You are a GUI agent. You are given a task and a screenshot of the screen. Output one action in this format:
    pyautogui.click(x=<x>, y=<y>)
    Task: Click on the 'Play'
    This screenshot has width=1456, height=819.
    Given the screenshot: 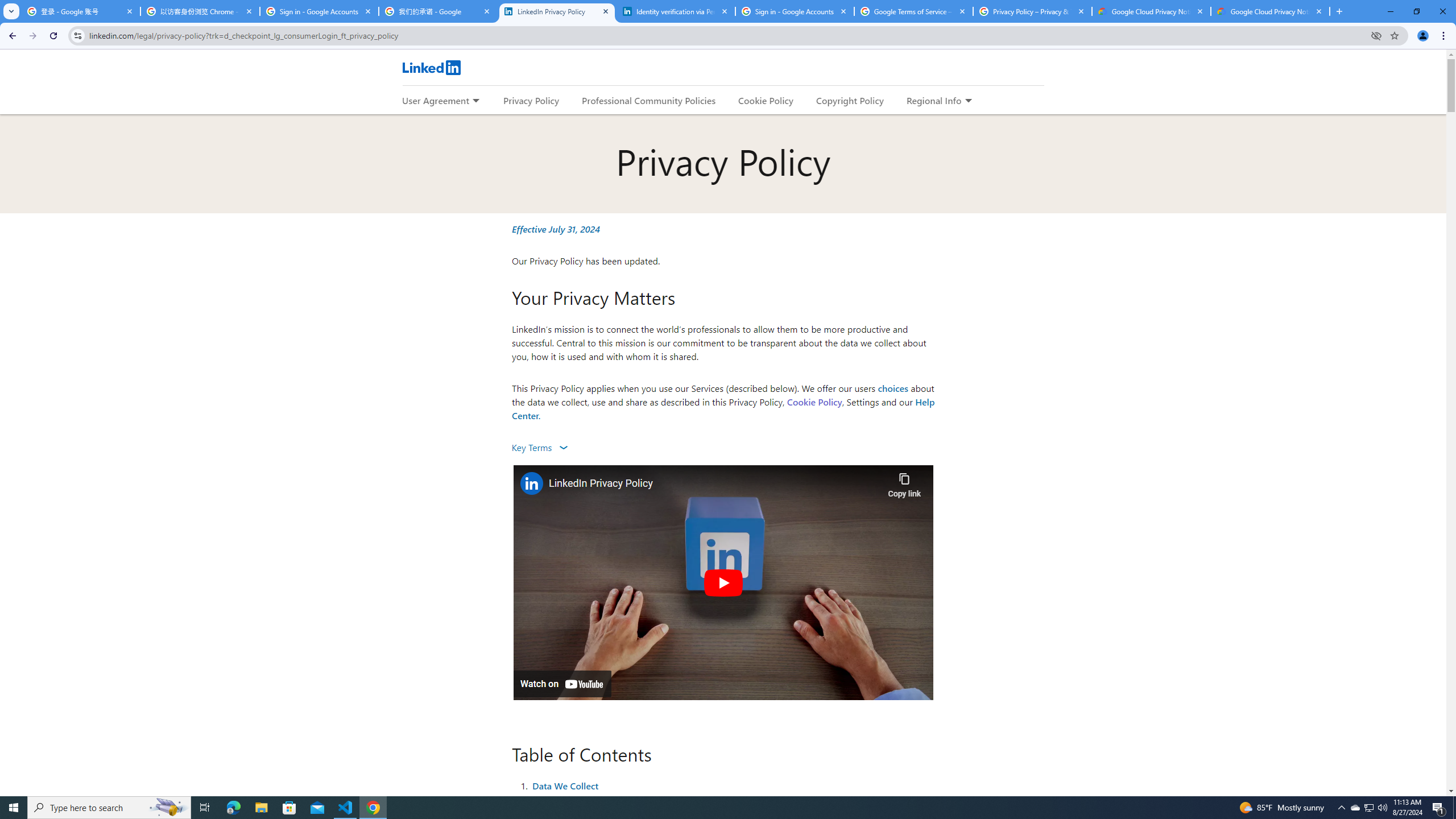 What is the action you would take?
    pyautogui.click(x=723, y=581)
    